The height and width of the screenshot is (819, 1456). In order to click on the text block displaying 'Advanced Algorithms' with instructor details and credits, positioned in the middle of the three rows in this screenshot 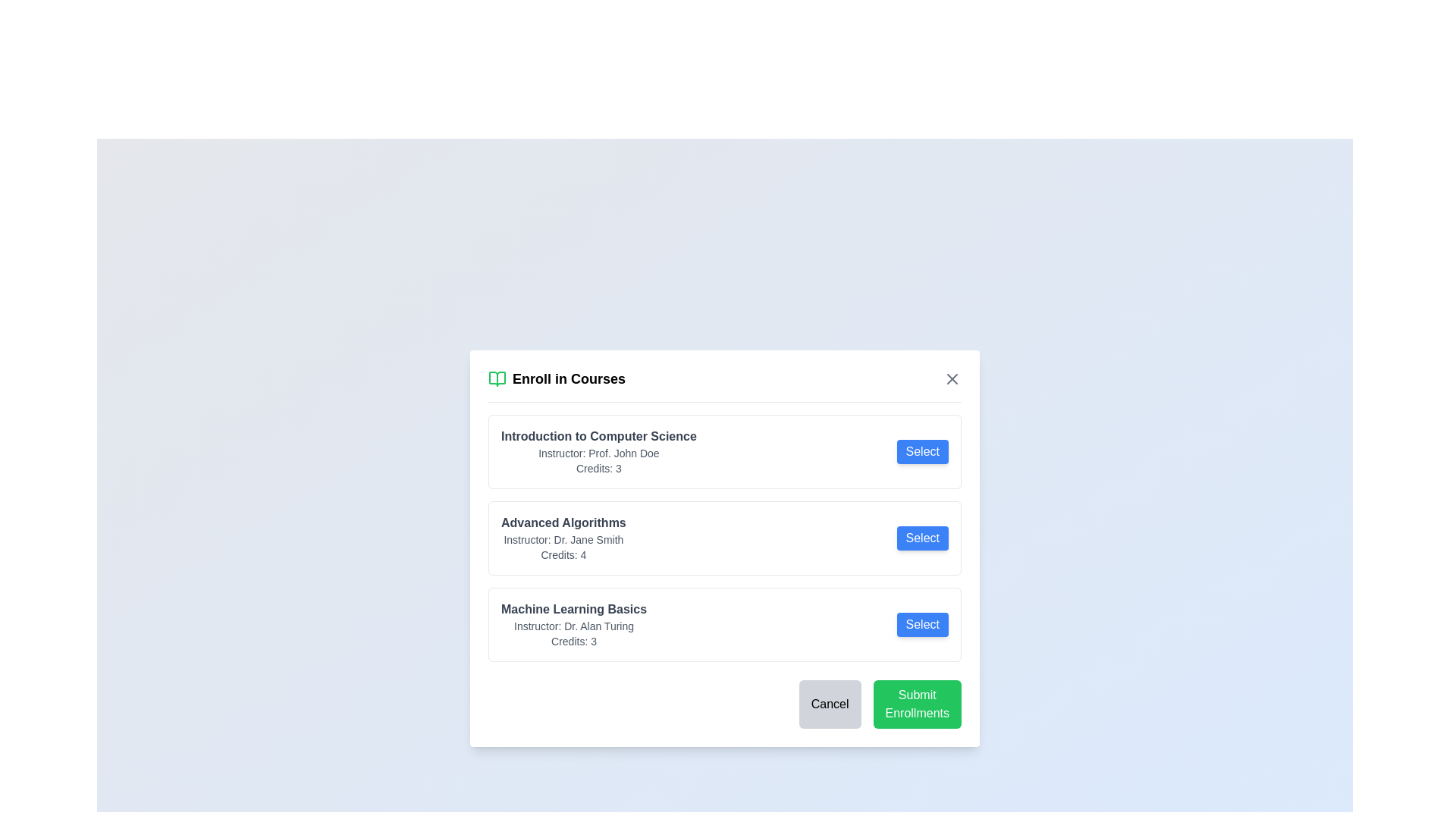, I will do `click(563, 537)`.